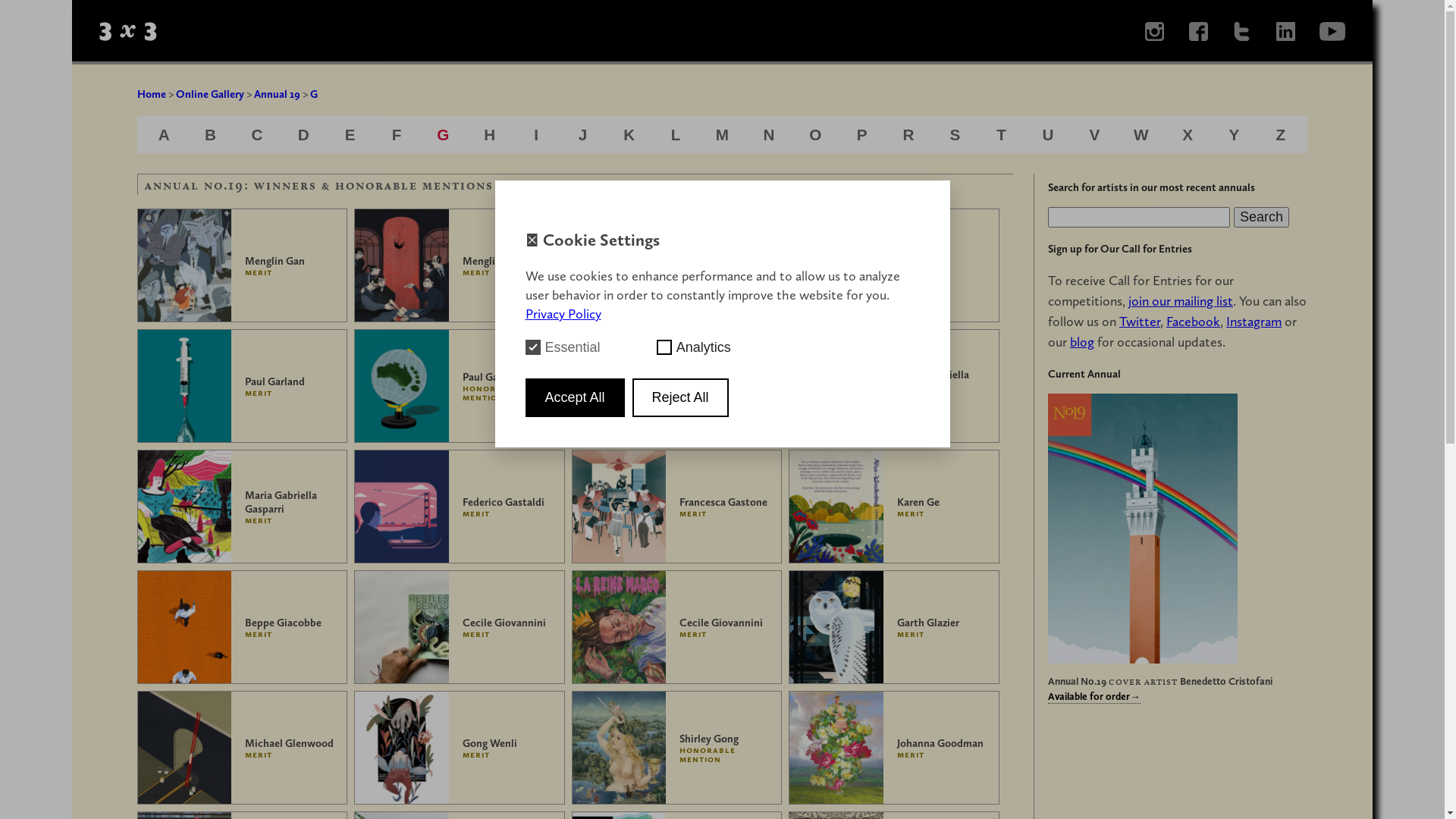 The image size is (1456, 819). What do you see at coordinates (203, 133) in the screenshot?
I see `'B'` at bounding box center [203, 133].